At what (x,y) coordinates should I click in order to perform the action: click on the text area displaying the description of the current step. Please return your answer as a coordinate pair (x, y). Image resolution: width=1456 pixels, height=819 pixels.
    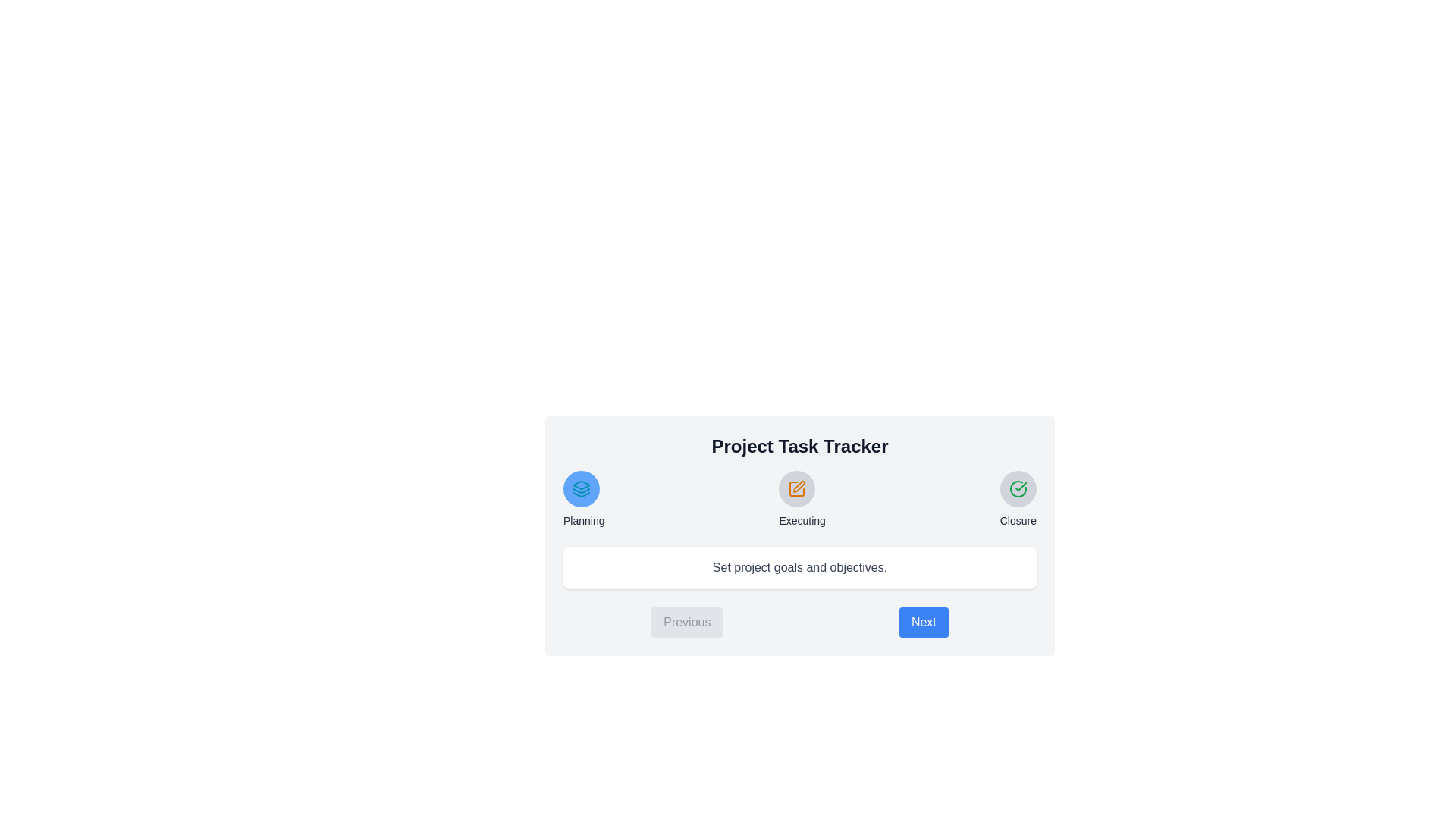
    Looking at the image, I should click on (799, 567).